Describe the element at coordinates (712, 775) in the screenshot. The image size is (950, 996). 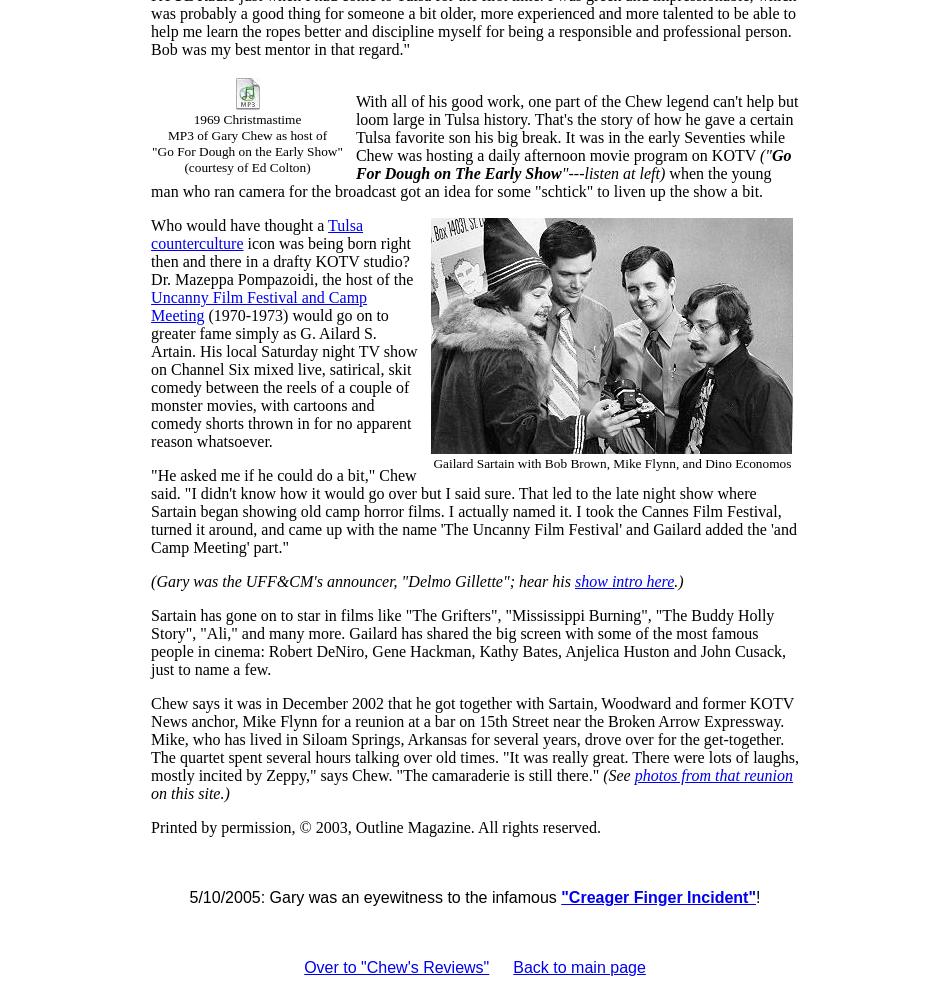
I see `'photos from that reunion'` at that location.